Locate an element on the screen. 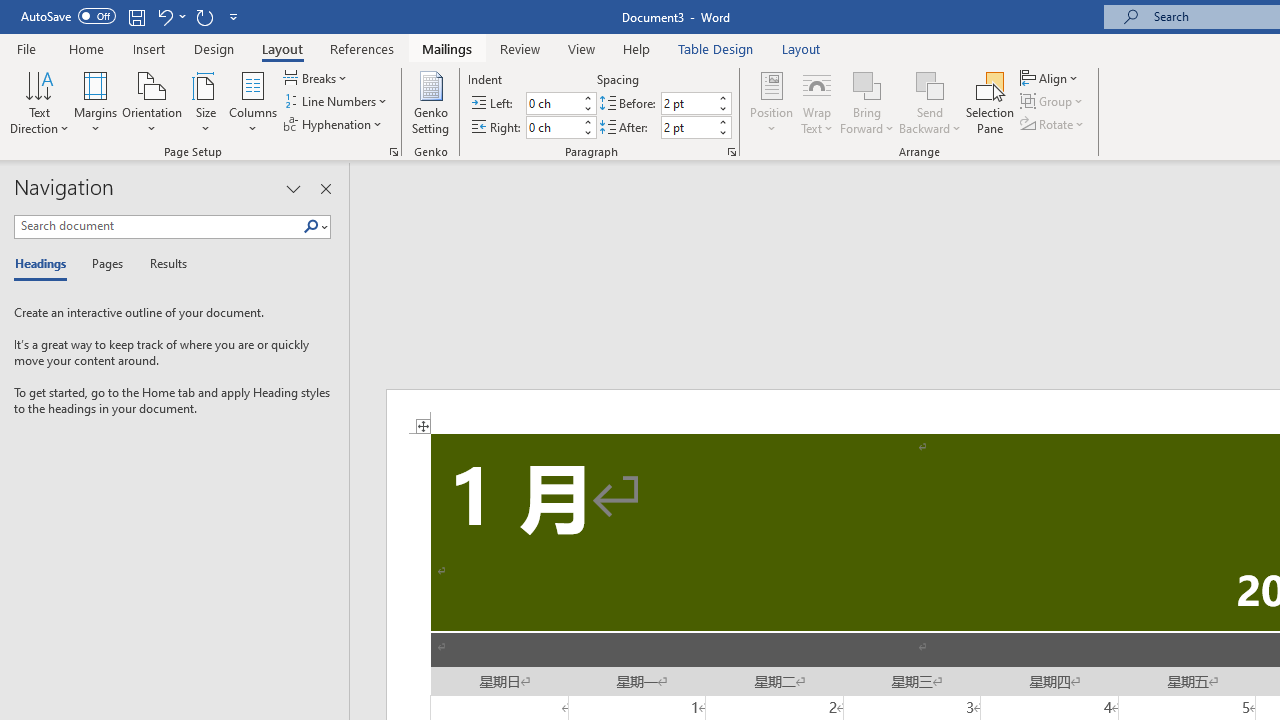 The image size is (1280, 720). 'Table Design' is located at coordinates (716, 48).